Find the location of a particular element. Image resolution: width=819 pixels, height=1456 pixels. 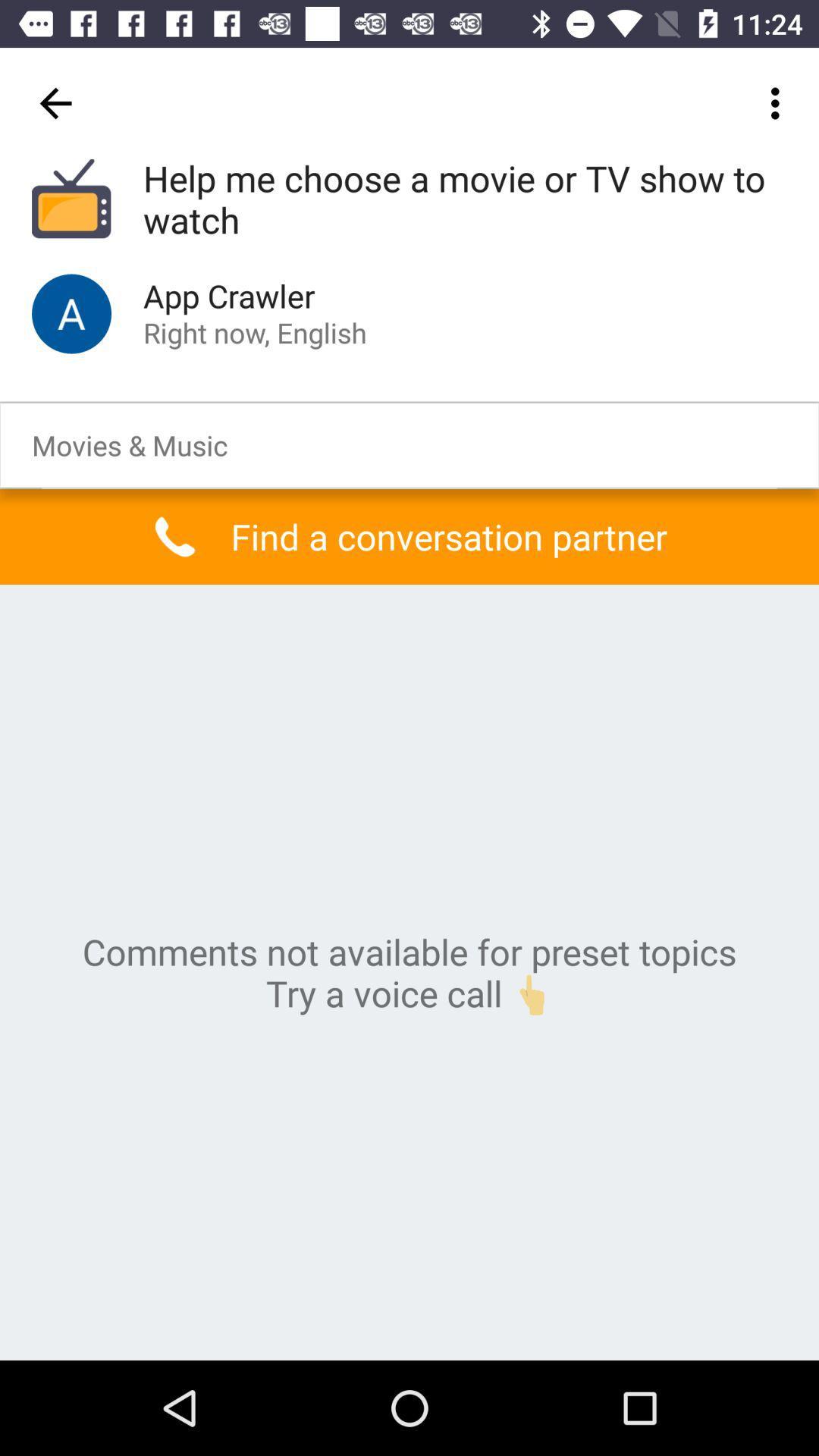

find a random user is located at coordinates (71, 312).